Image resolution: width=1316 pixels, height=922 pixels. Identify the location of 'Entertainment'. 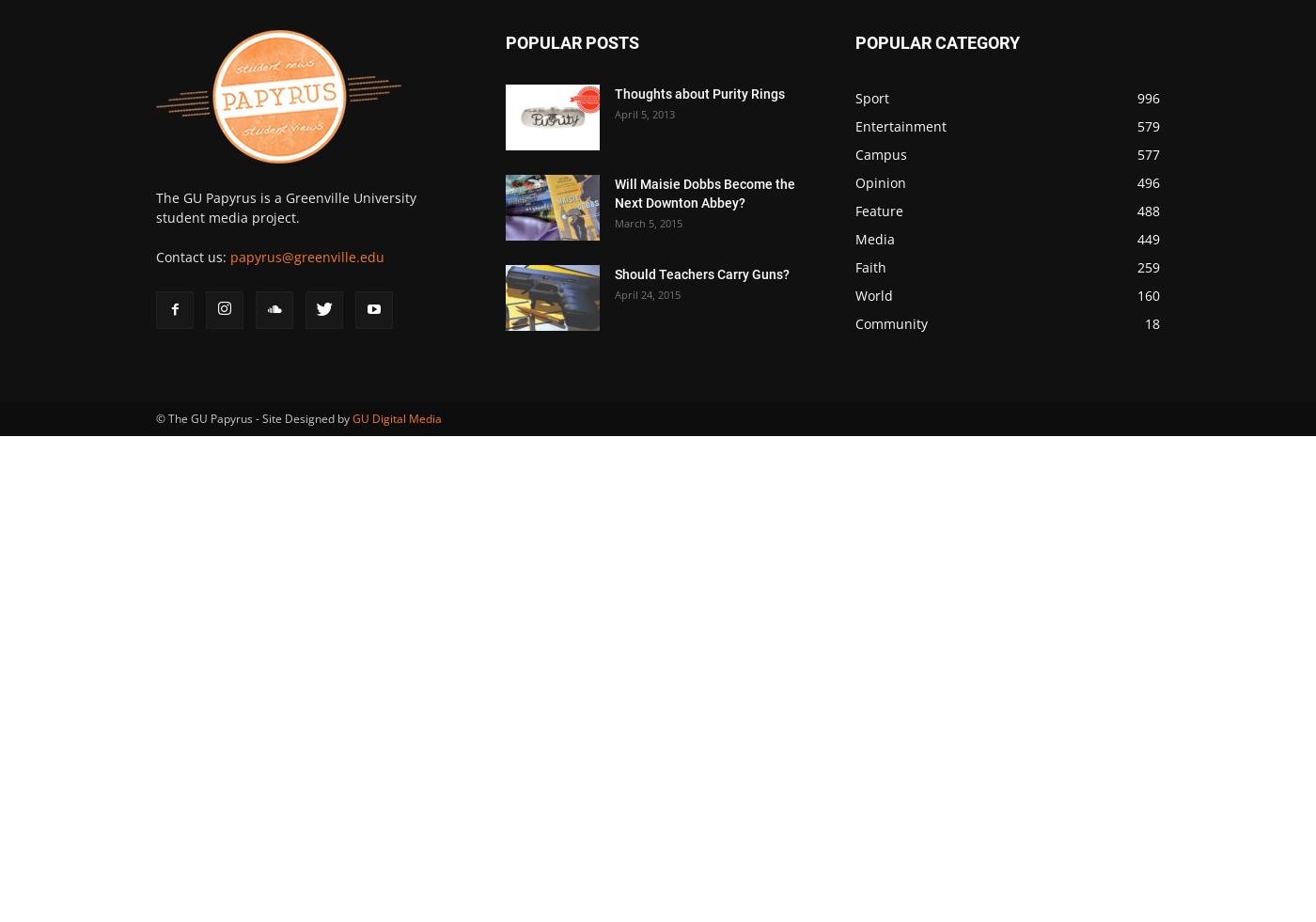
(901, 125).